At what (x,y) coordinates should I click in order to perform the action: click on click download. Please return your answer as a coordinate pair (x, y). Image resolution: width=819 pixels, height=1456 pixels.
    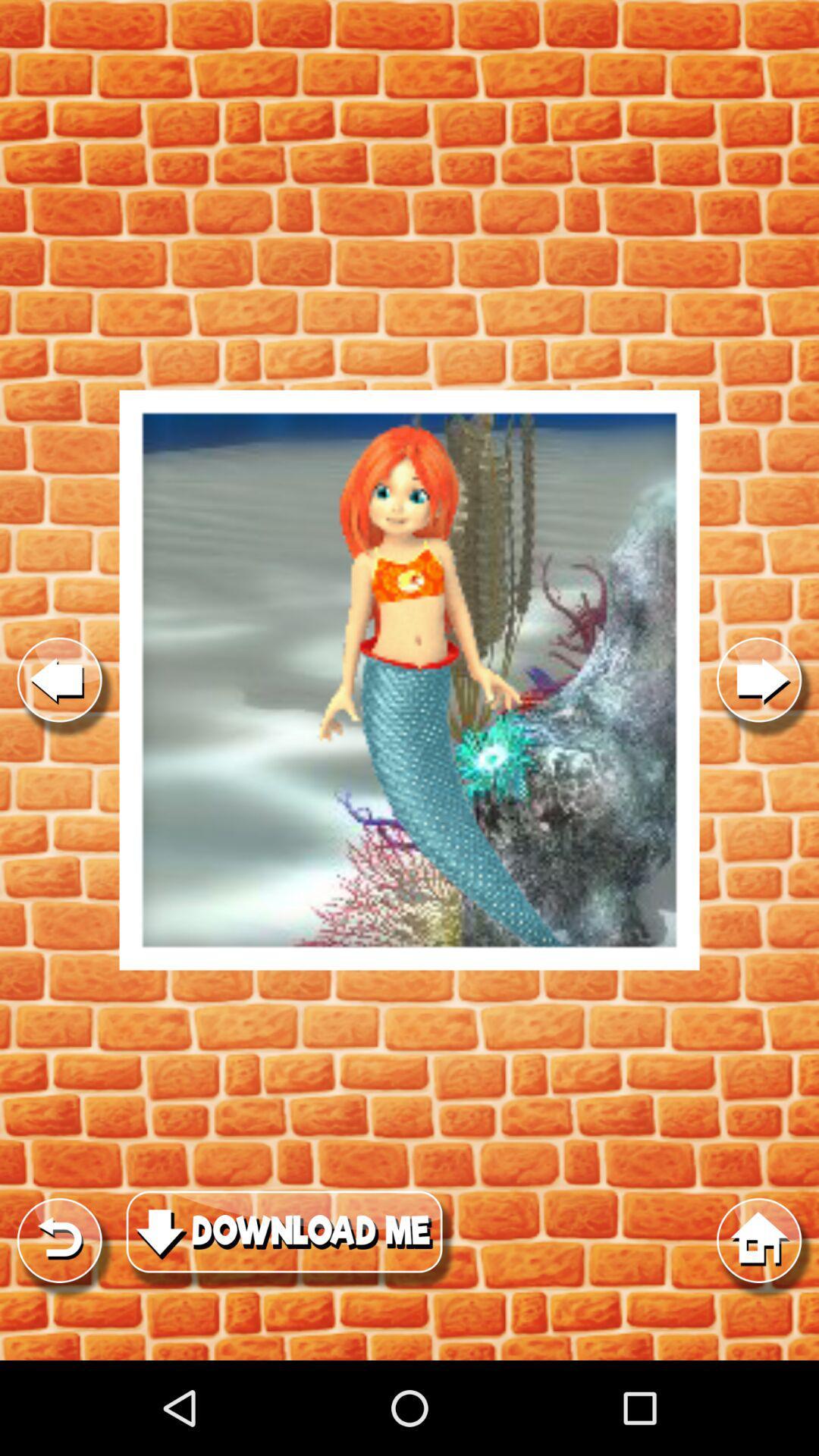
    Looking at the image, I should click on (291, 1241).